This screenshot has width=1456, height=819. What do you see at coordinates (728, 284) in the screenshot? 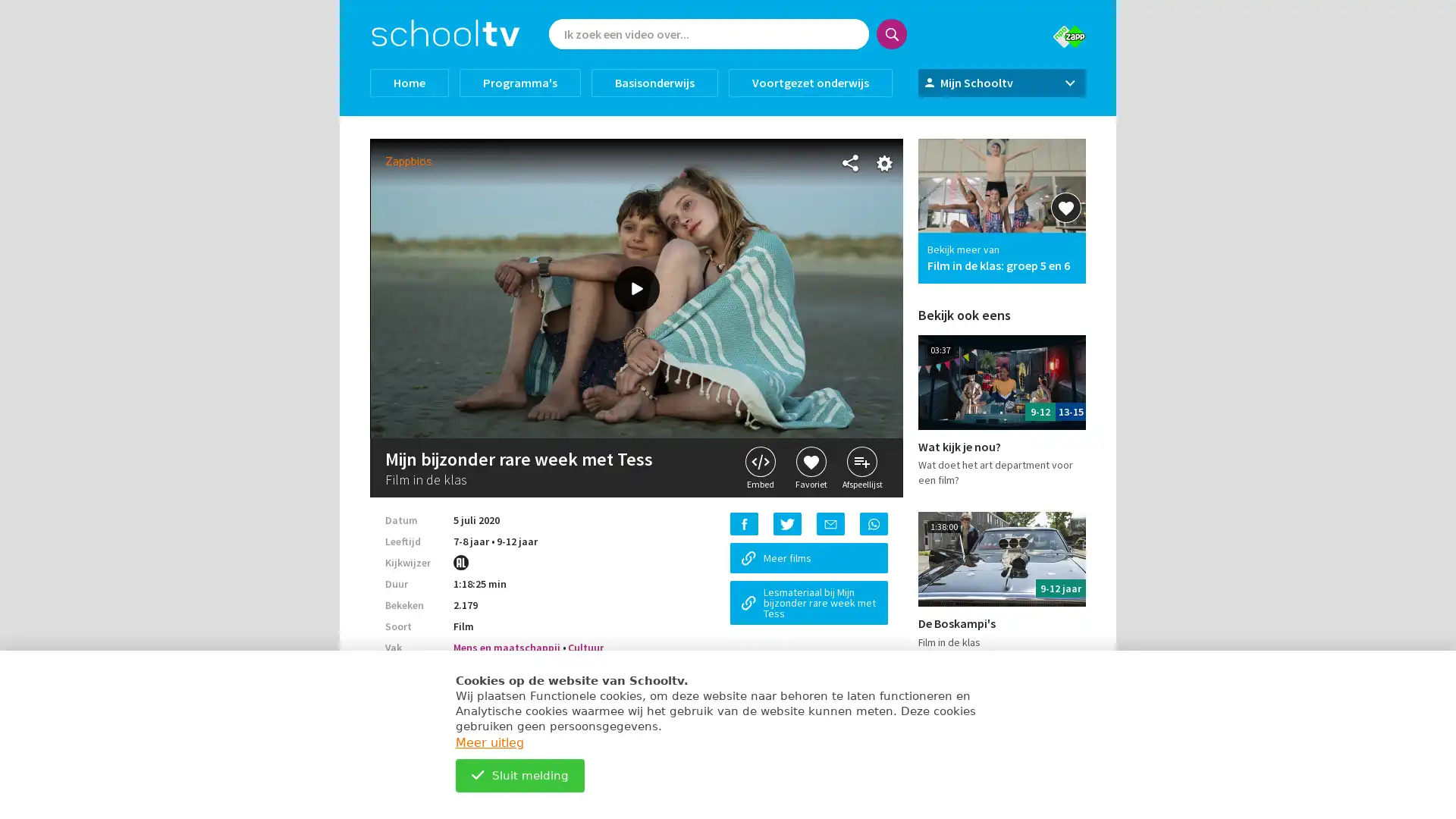
I see `Kopieer embedcode` at bounding box center [728, 284].